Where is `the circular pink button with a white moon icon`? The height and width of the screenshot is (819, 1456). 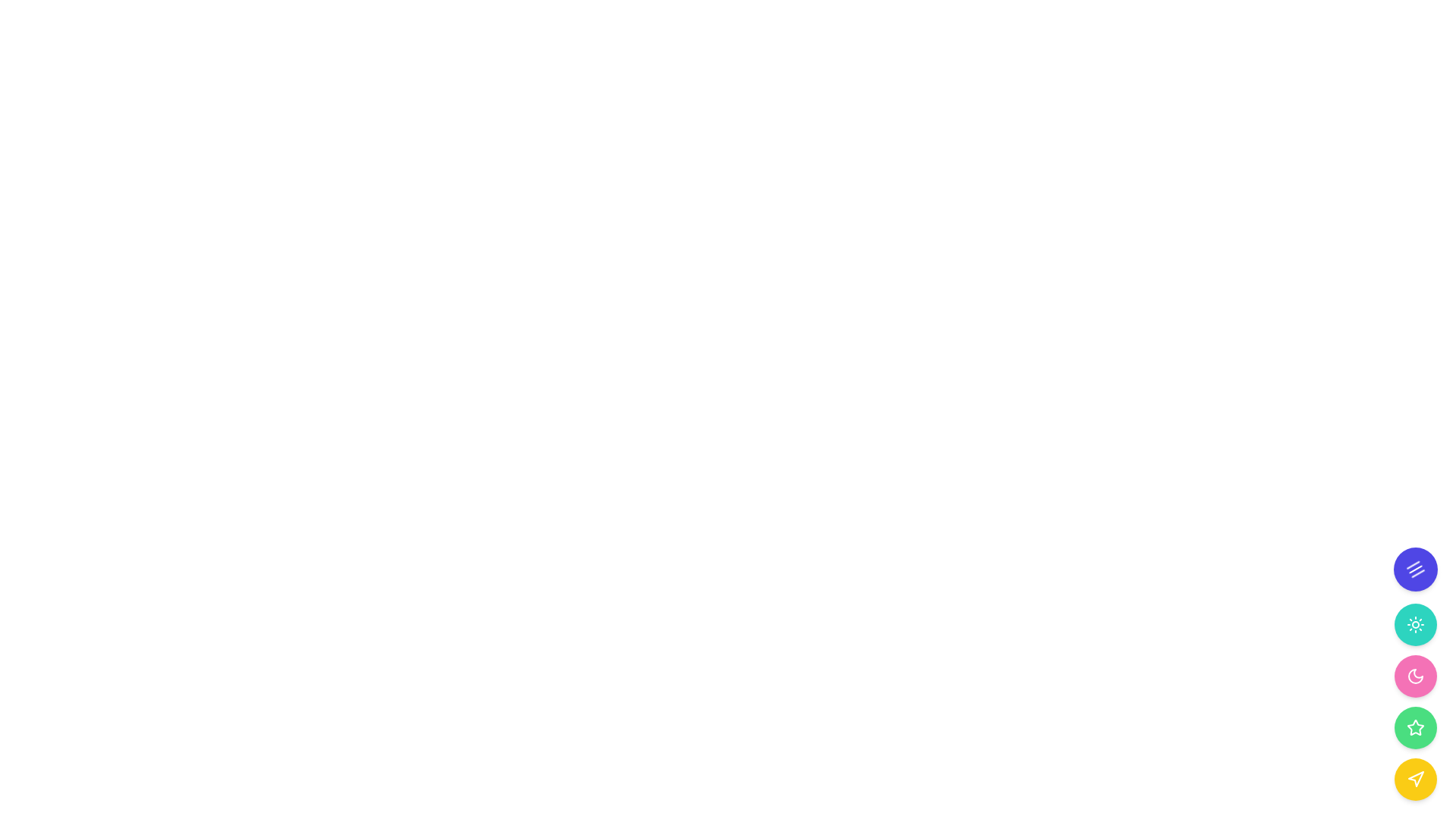 the circular pink button with a white moon icon is located at coordinates (1415, 675).